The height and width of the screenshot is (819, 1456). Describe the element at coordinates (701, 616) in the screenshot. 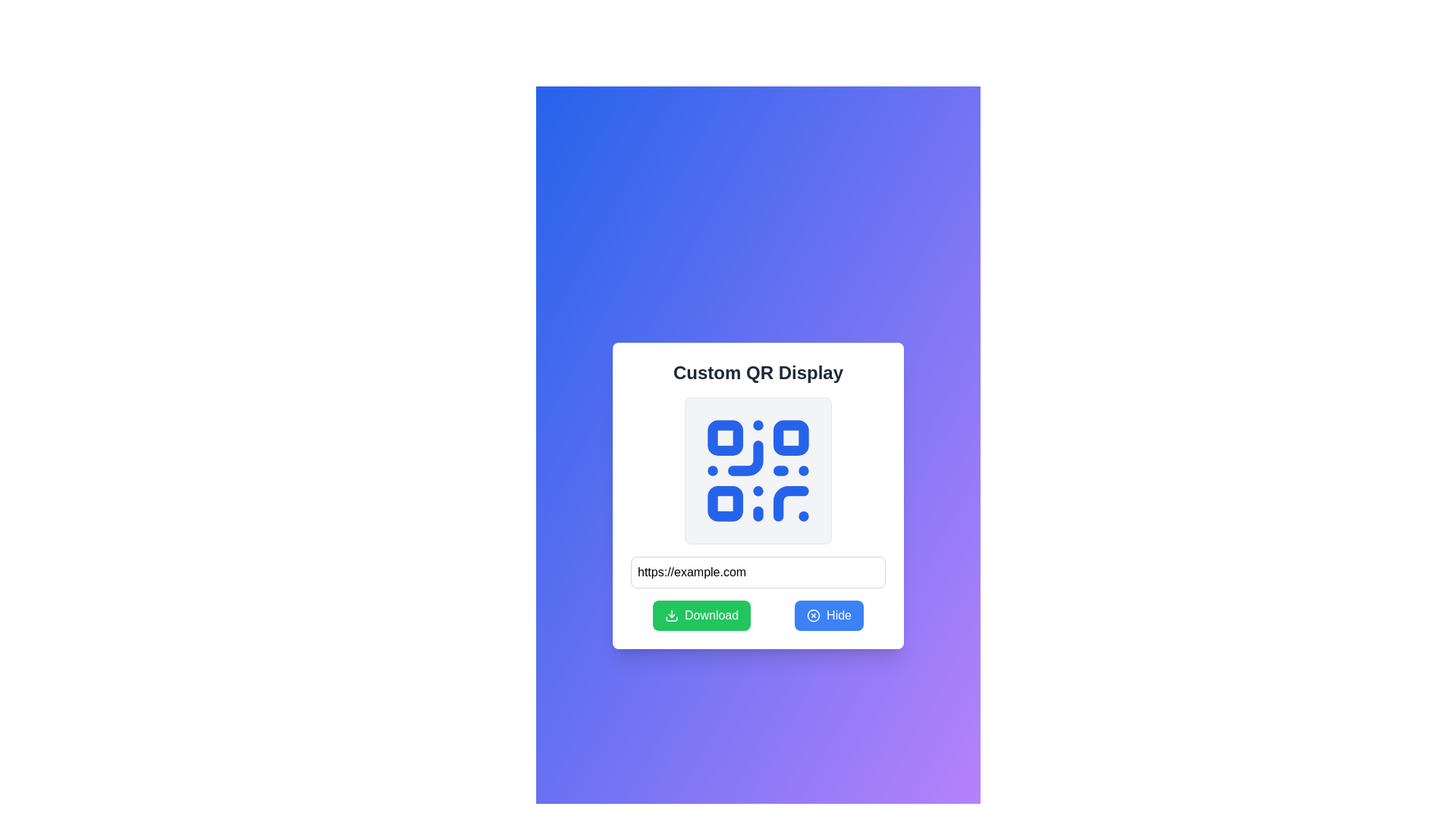

I see `the green 'Download' button with white text and a download icon` at that location.